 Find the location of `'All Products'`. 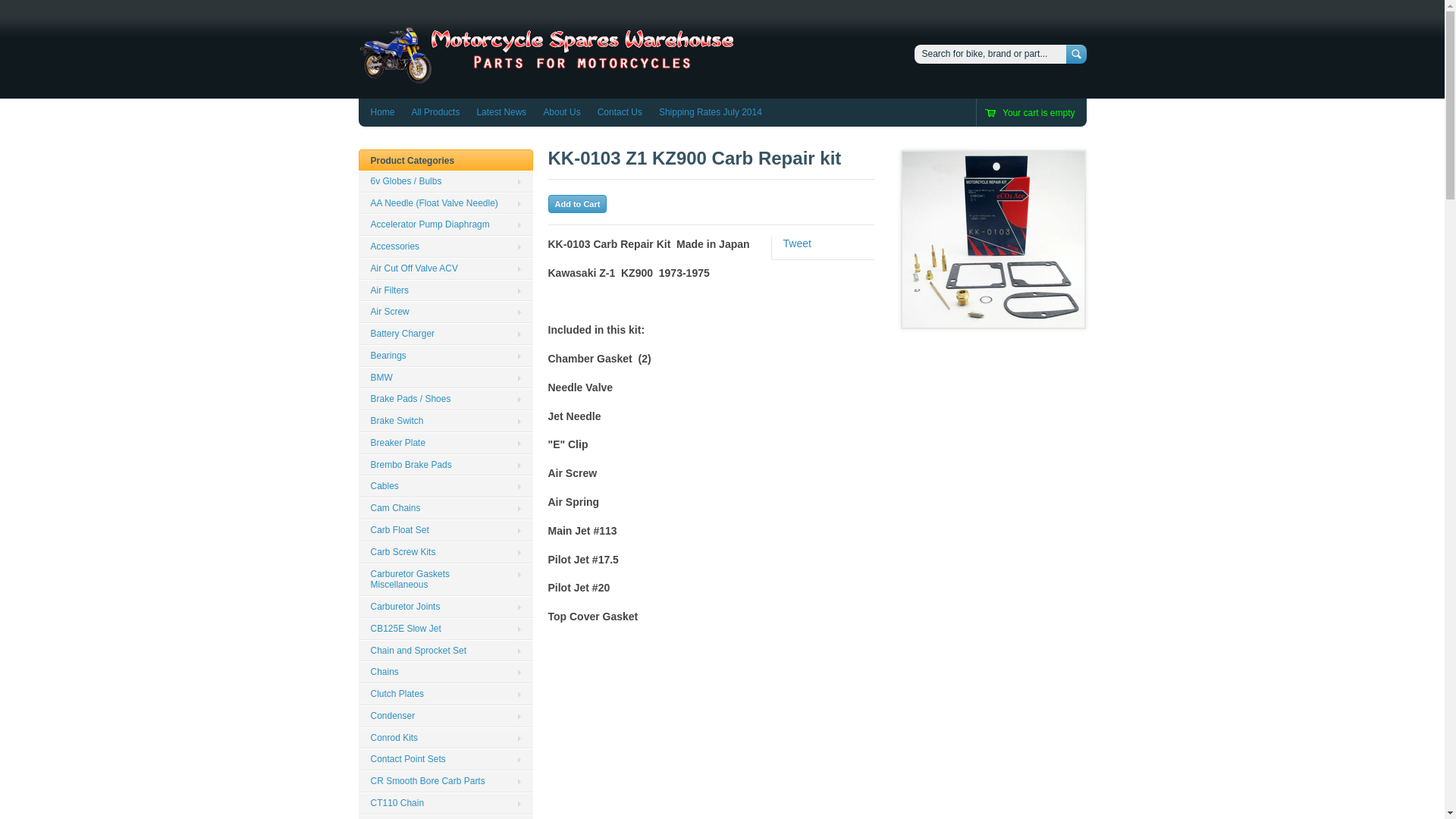

'All Products' is located at coordinates (406, 111).